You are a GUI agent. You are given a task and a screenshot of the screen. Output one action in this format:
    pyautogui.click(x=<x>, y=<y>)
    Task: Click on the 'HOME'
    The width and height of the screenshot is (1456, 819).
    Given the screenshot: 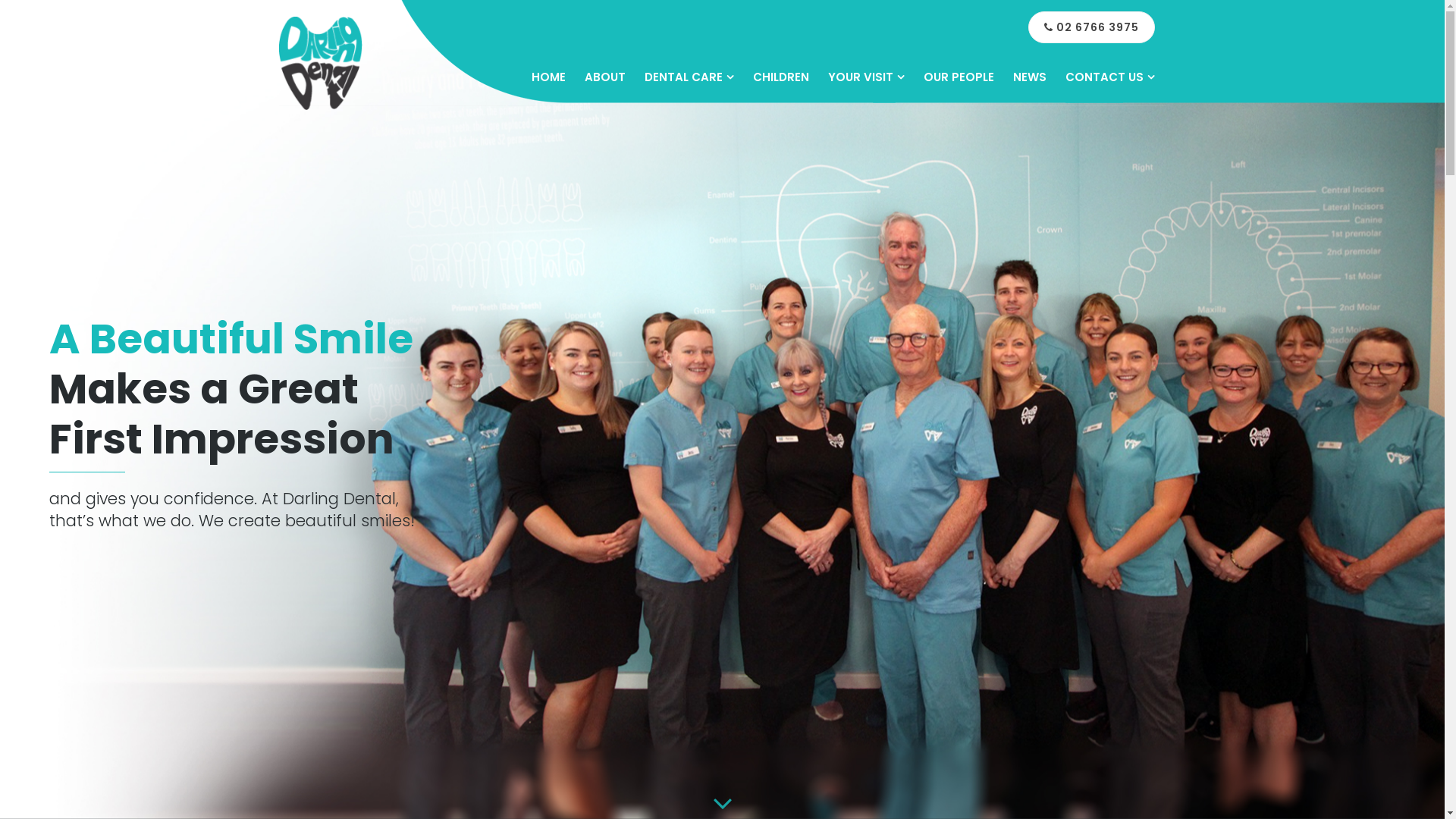 What is the action you would take?
    pyautogui.click(x=547, y=77)
    